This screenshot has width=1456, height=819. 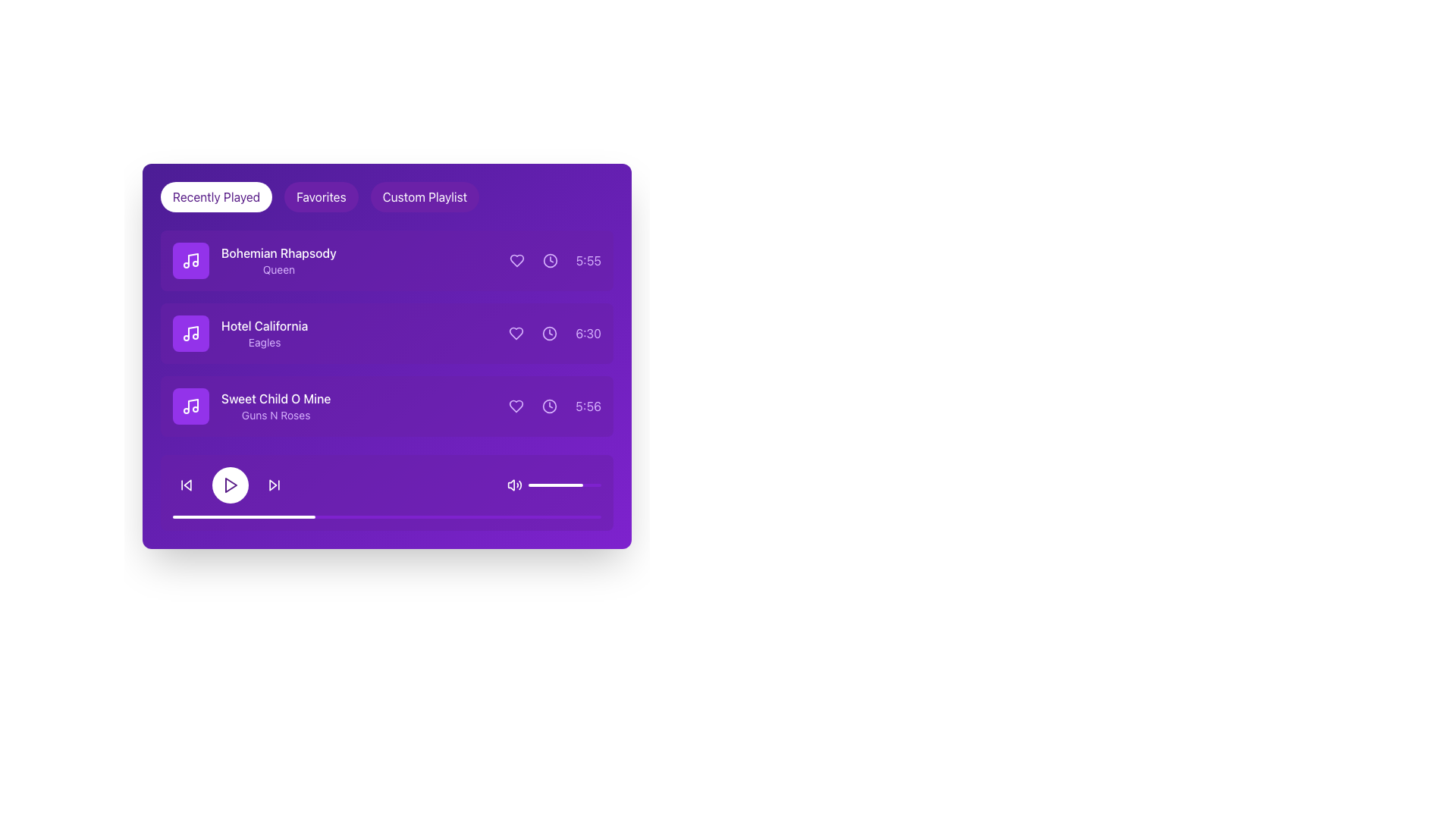 What do you see at coordinates (231, 485) in the screenshot?
I see `the triangular play icon, which is vibrant purple and located inside a circular button with a white background at the bottom of the music application interface` at bounding box center [231, 485].